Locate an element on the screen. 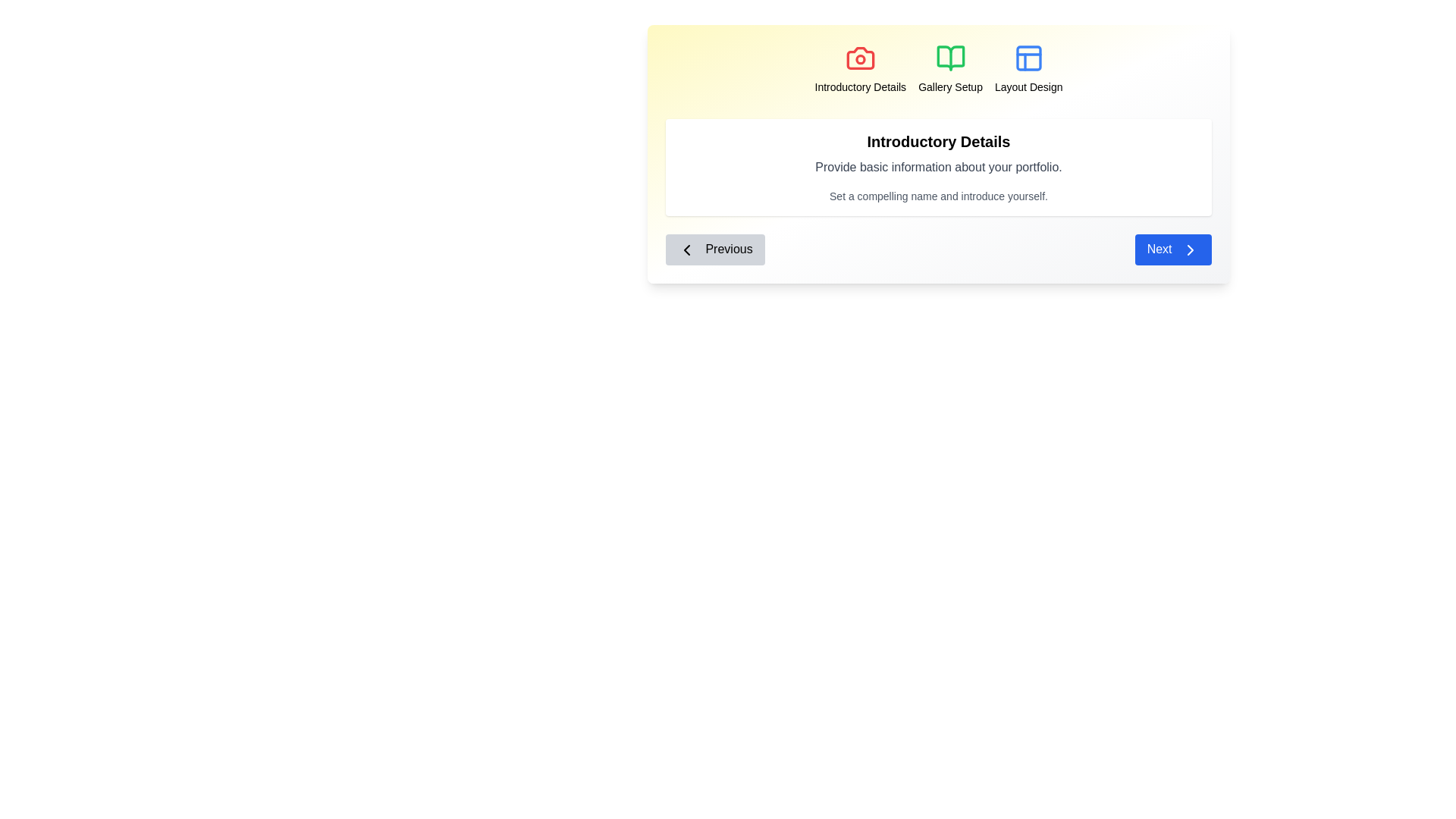 The width and height of the screenshot is (1456, 819). the blue rectangular SVG element representing the 'Layout Design' icon located in the top-right panel of the interface is located at coordinates (1028, 58).